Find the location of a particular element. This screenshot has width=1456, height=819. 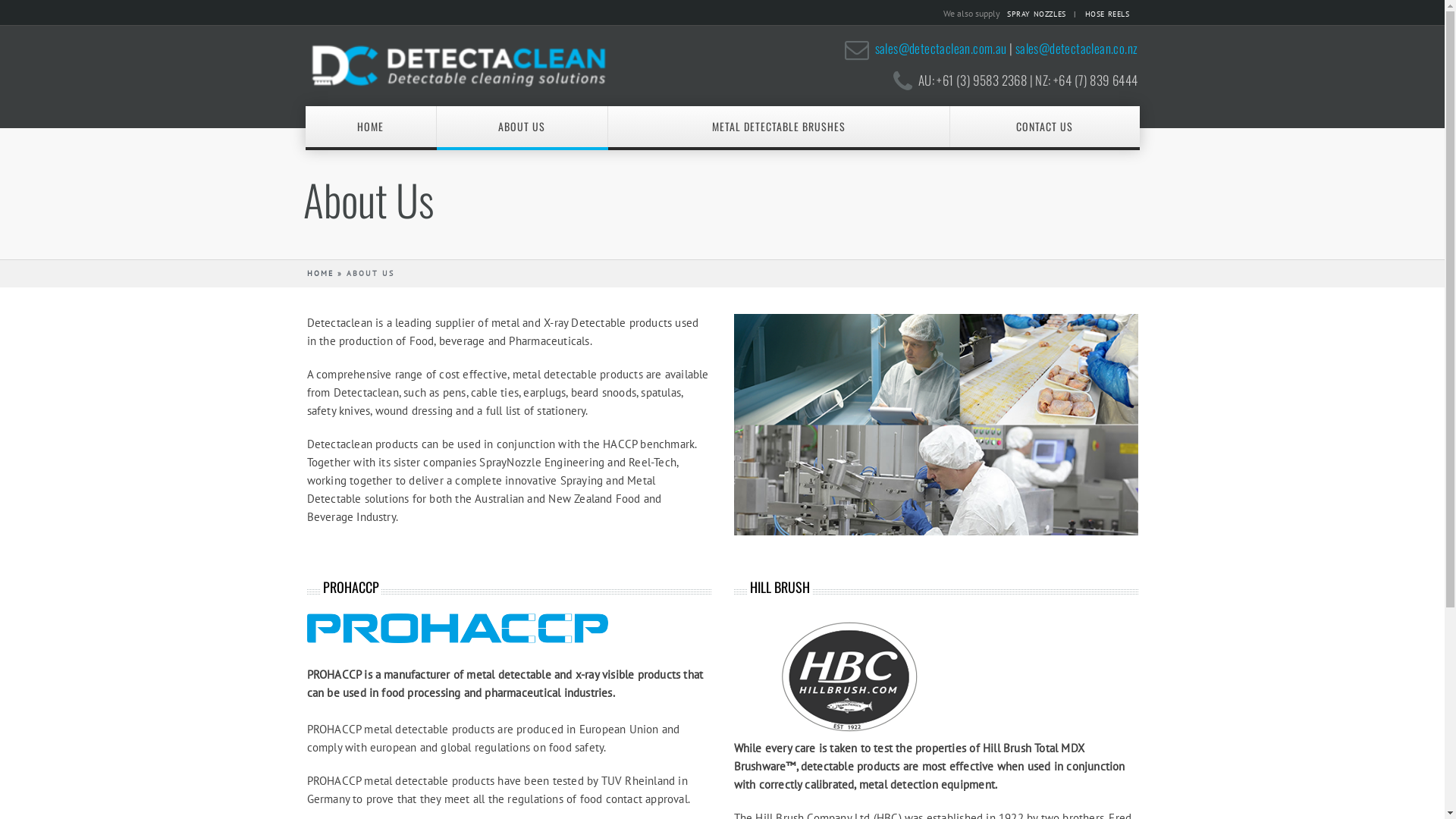

'HOME' is located at coordinates (318, 273).